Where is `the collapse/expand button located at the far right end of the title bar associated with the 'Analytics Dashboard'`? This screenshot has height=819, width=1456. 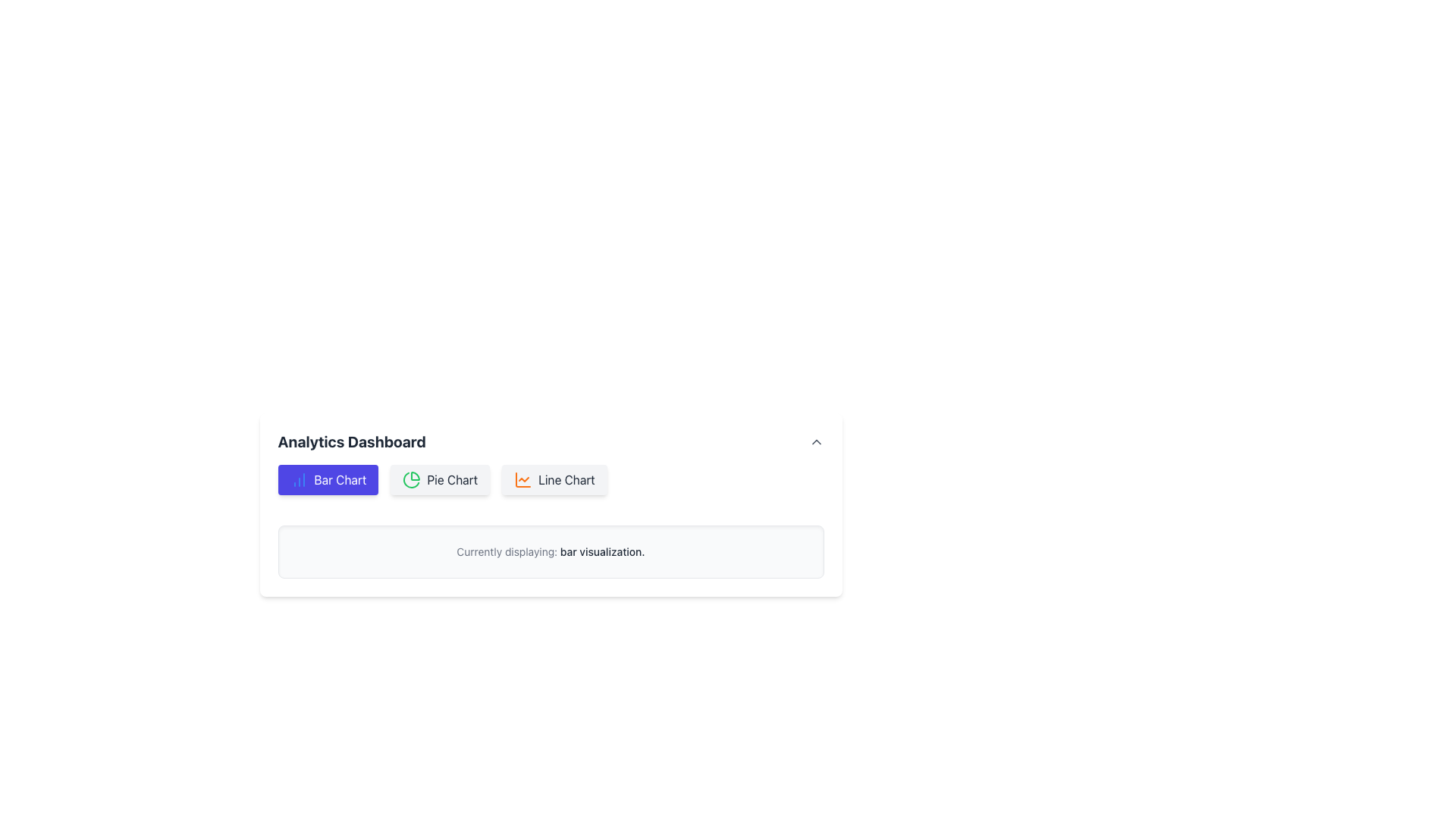
the collapse/expand button located at the far right end of the title bar associated with the 'Analytics Dashboard' is located at coordinates (815, 441).